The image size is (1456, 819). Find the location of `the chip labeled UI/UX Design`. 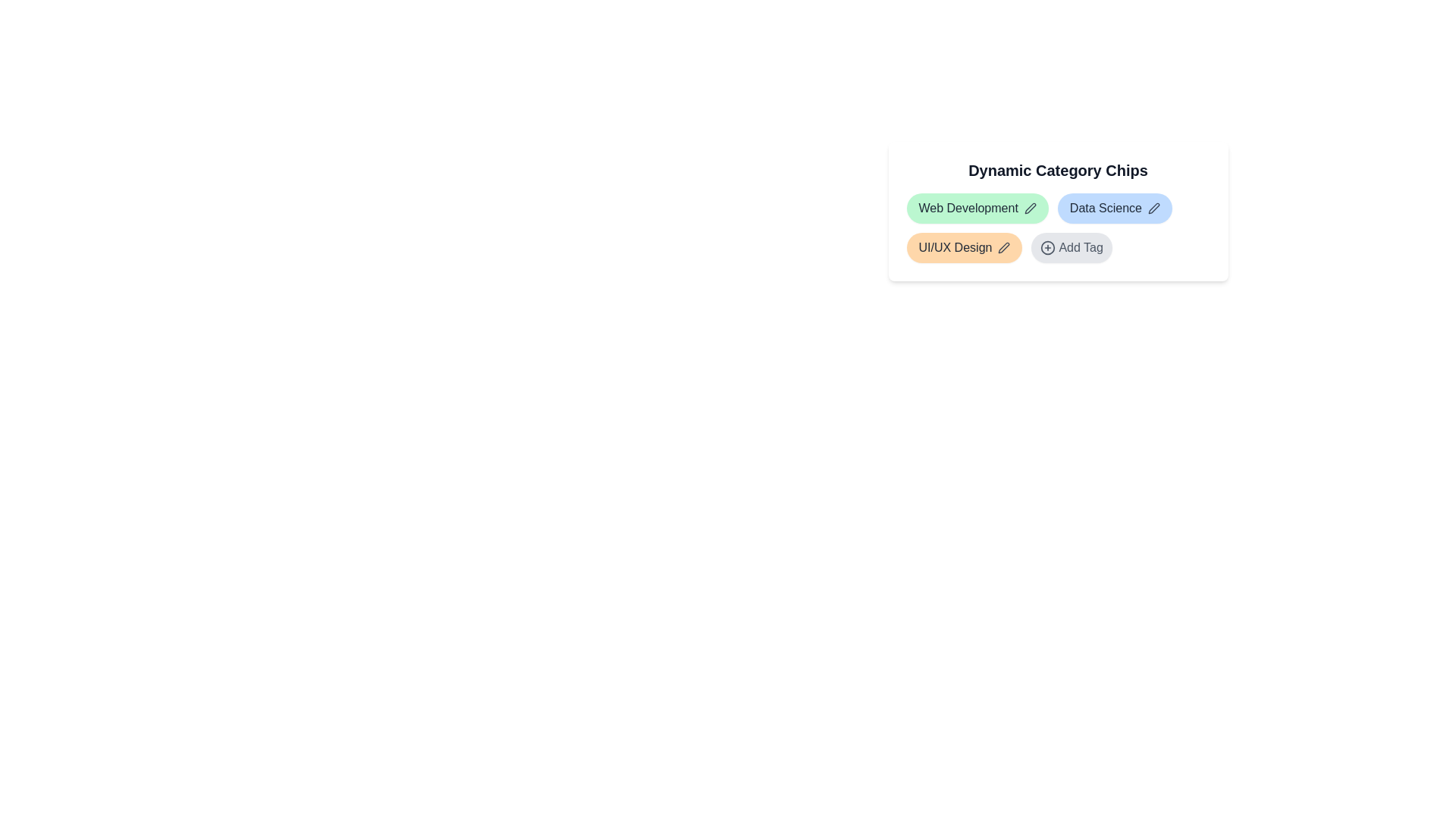

the chip labeled UI/UX Design is located at coordinates (963, 247).